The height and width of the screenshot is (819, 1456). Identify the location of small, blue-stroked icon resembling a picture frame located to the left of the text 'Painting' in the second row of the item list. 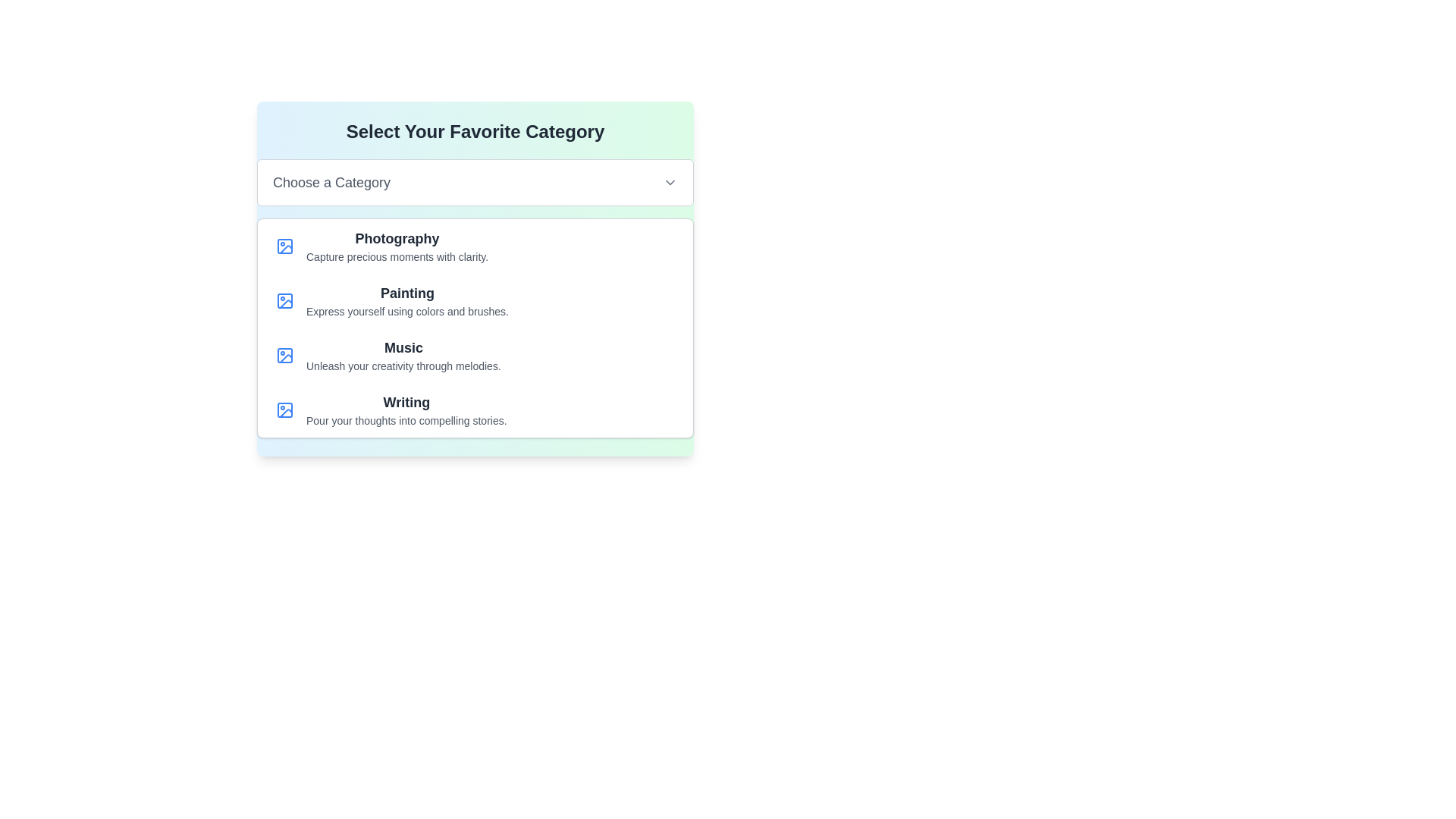
(286, 304).